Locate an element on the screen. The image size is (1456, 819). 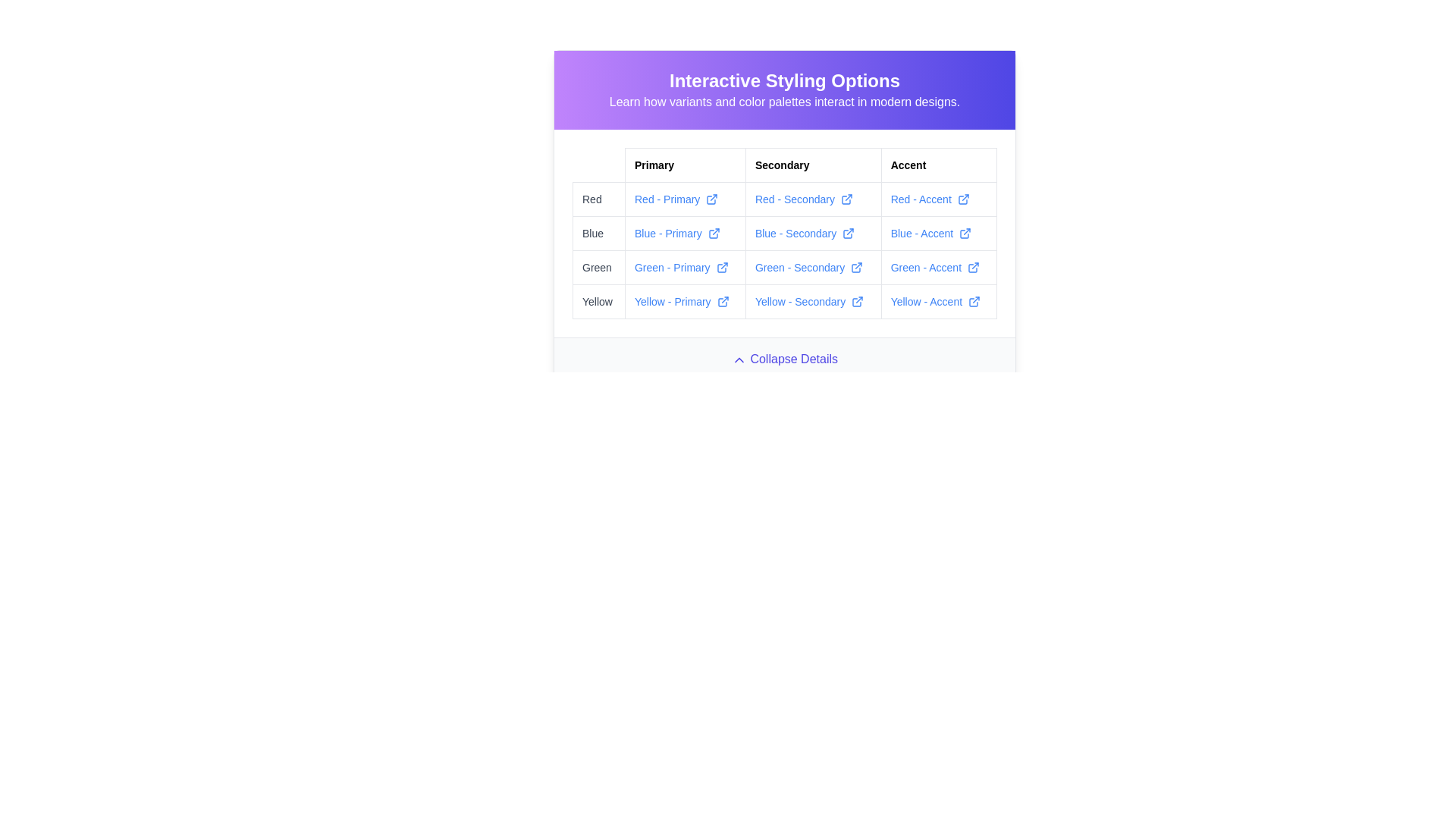
the rich styled hyperlink located in the third column under 'Accent' and the first row under 'Red' is located at coordinates (938, 198).